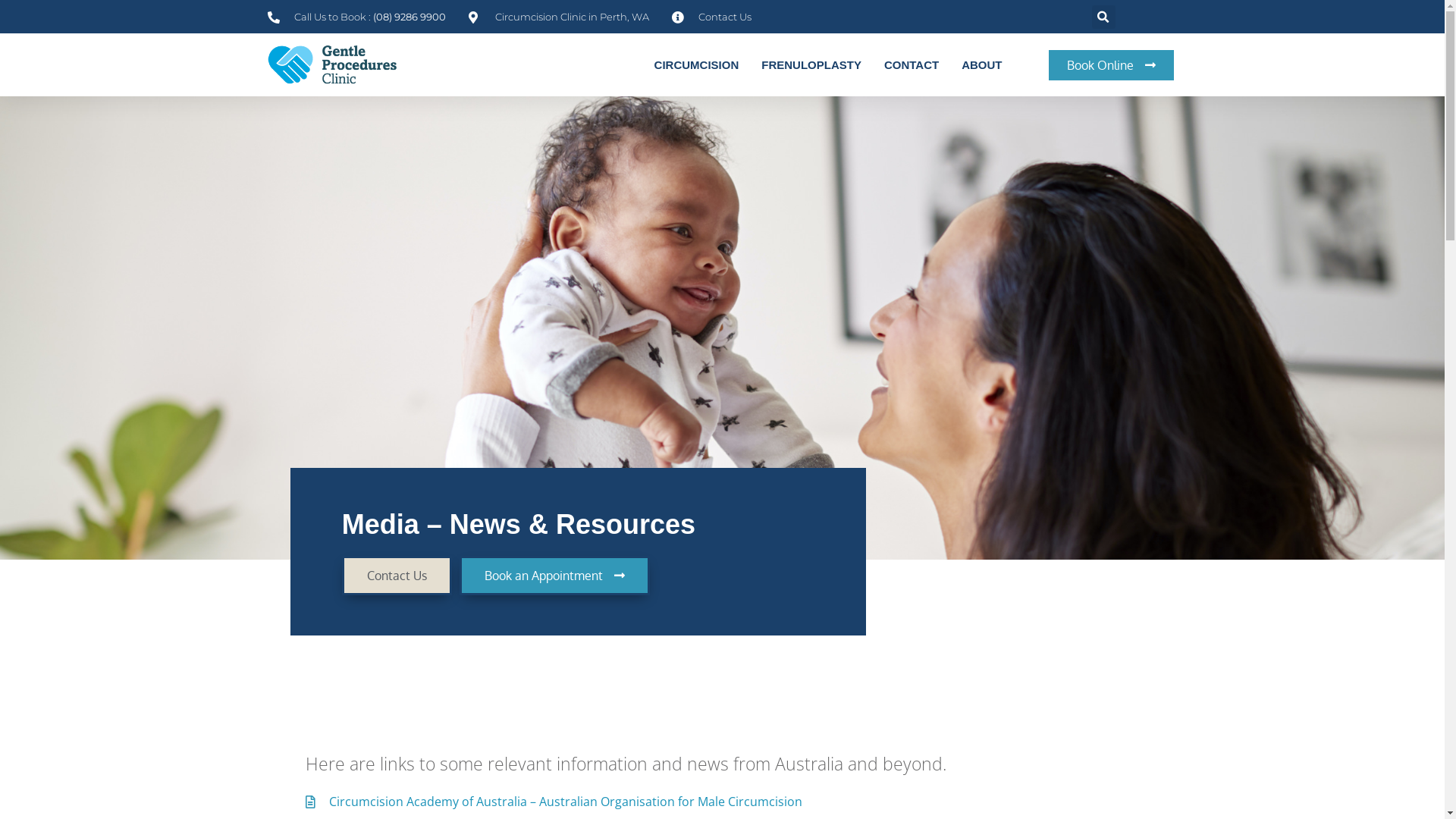  What do you see at coordinates (554, 576) in the screenshot?
I see `'Book an Appointment'` at bounding box center [554, 576].